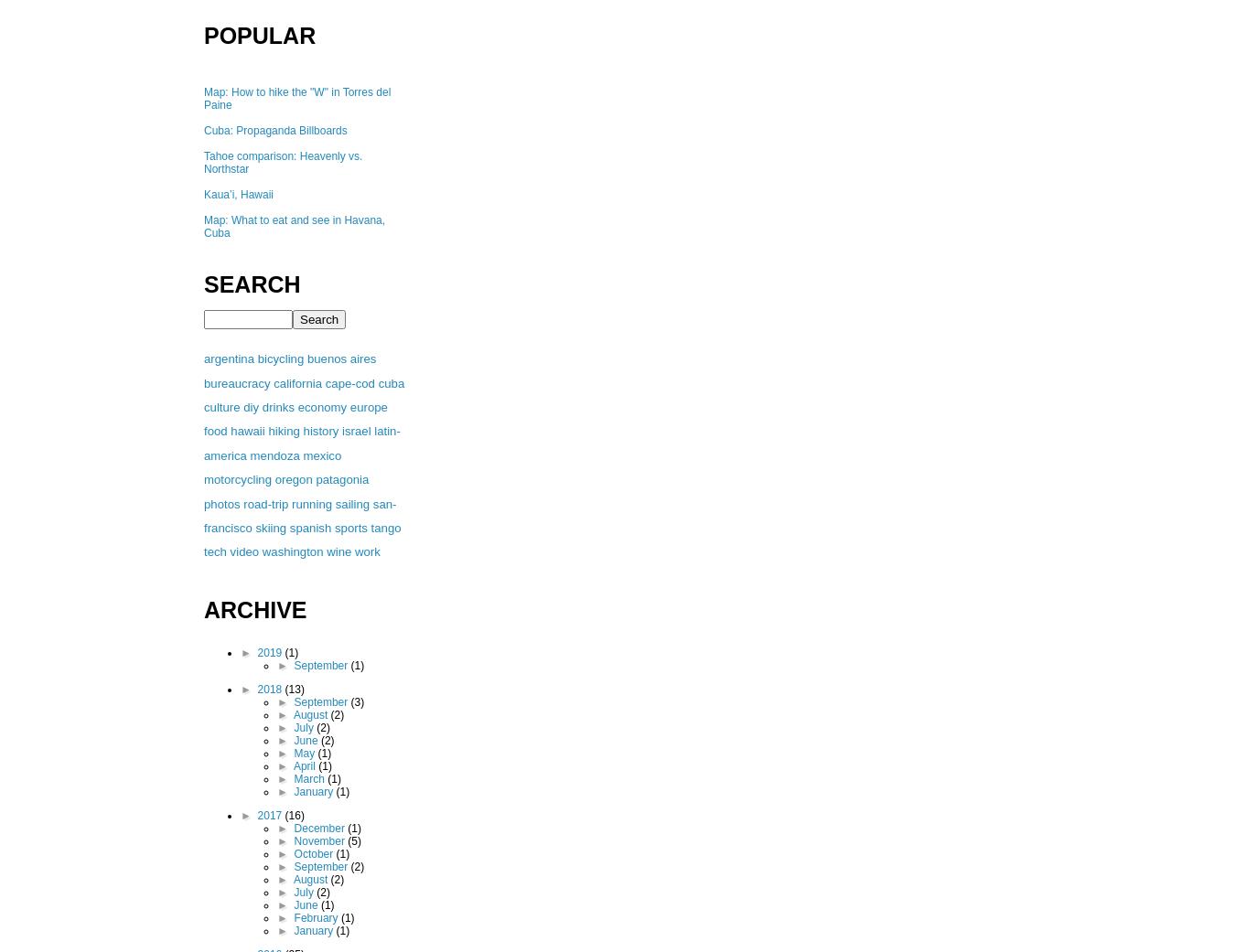  What do you see at coordinates (326, 551) in the screenshot?
I see `'wine'` at bounding box center [326, 551].